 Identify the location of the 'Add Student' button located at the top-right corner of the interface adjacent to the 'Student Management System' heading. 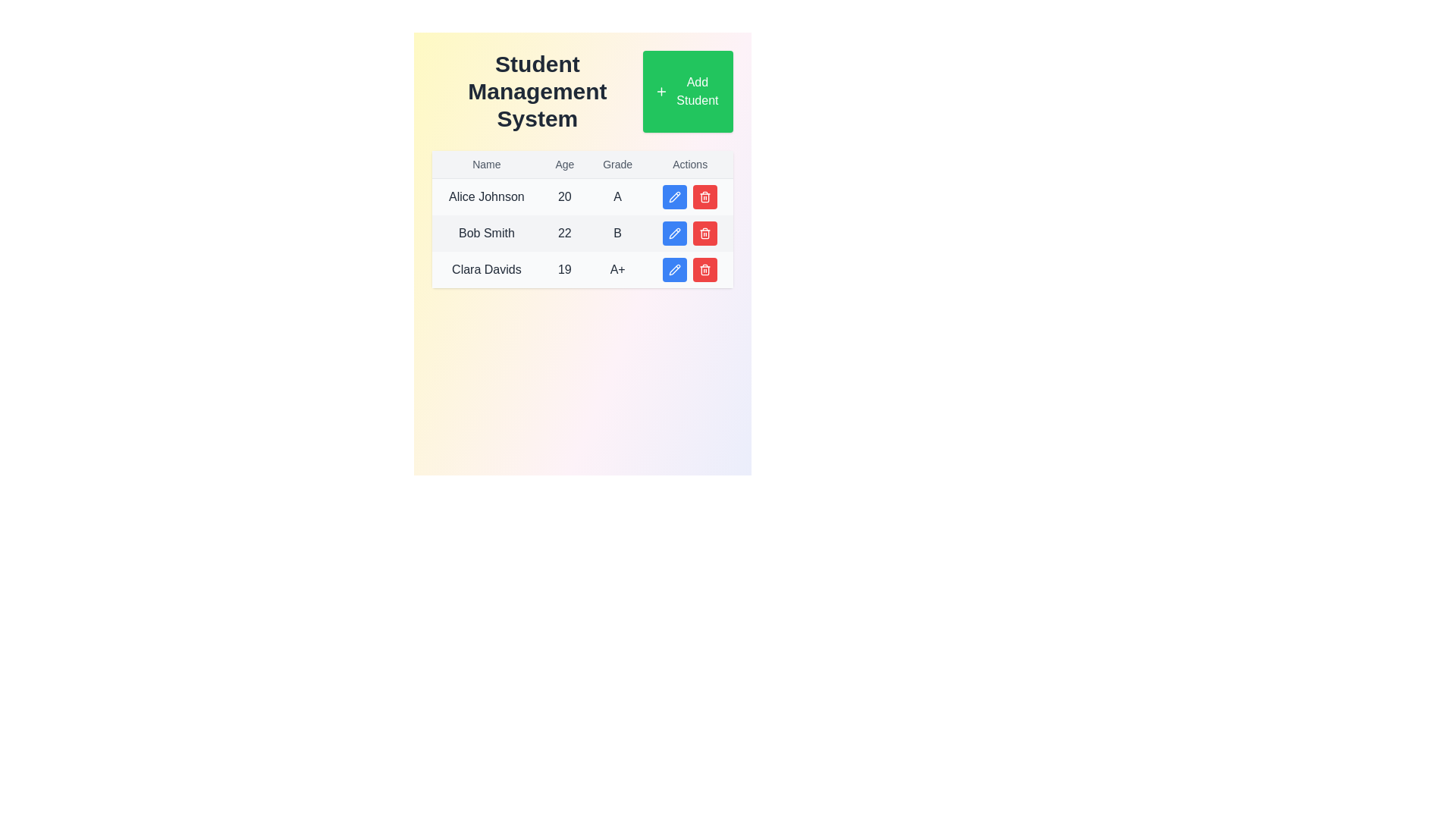
(687, 91).